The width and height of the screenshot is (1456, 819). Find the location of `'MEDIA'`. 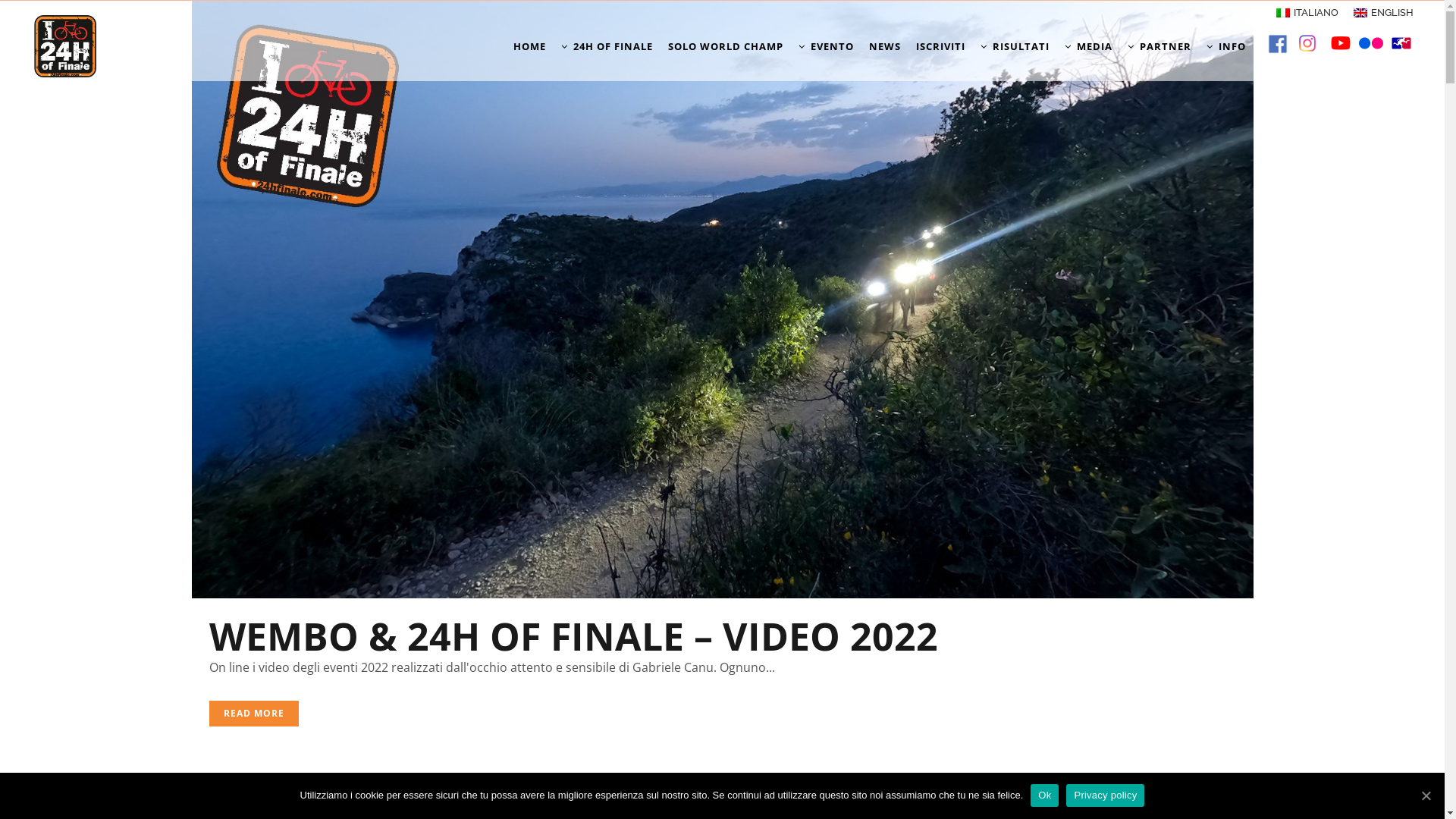

'MEDIA' is located at coordinates (1087, 45).